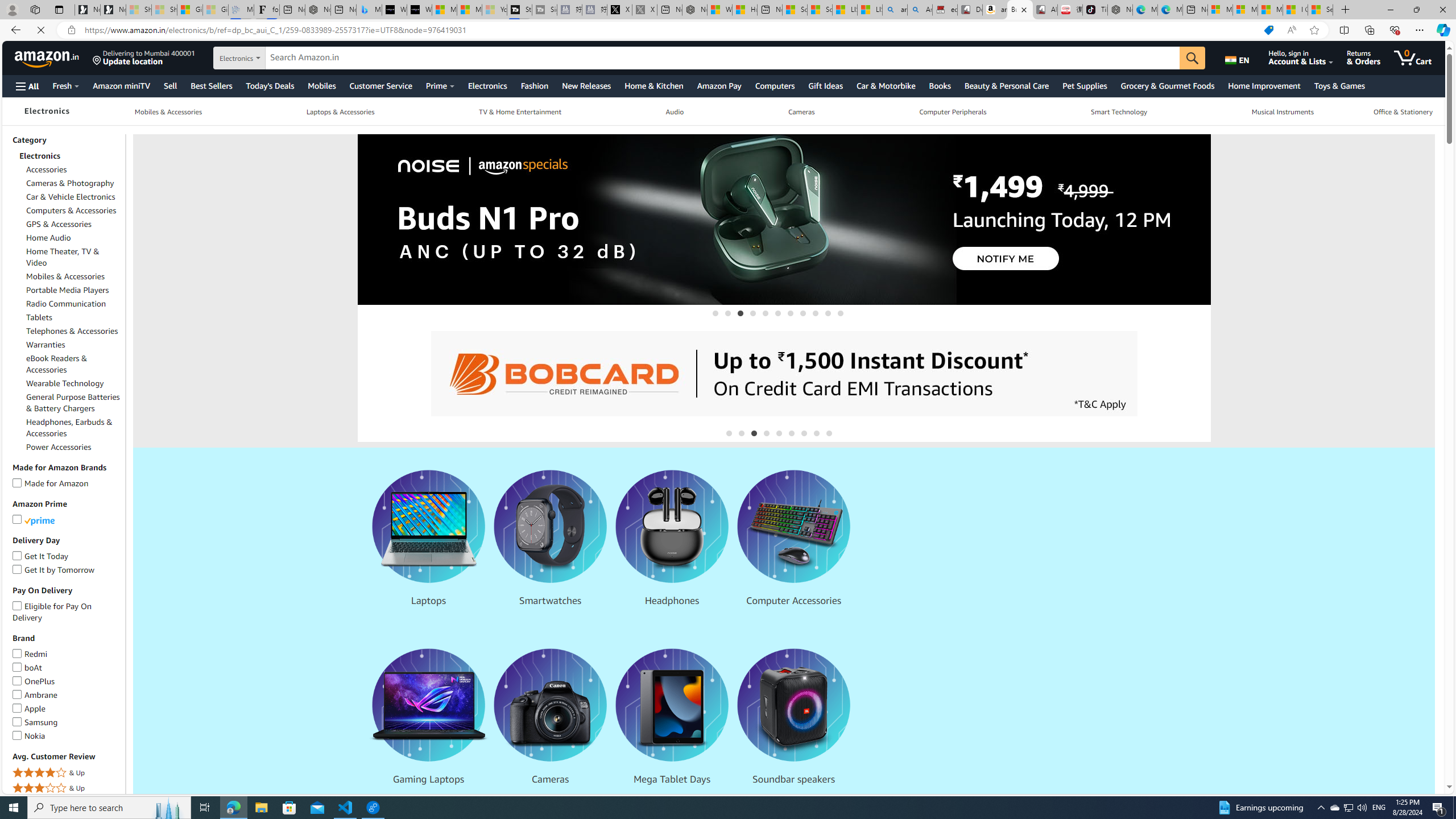  Describe the element at coordinates (718, 9) in the screenshot. I see `'Wildlife - MSN'` at that location.